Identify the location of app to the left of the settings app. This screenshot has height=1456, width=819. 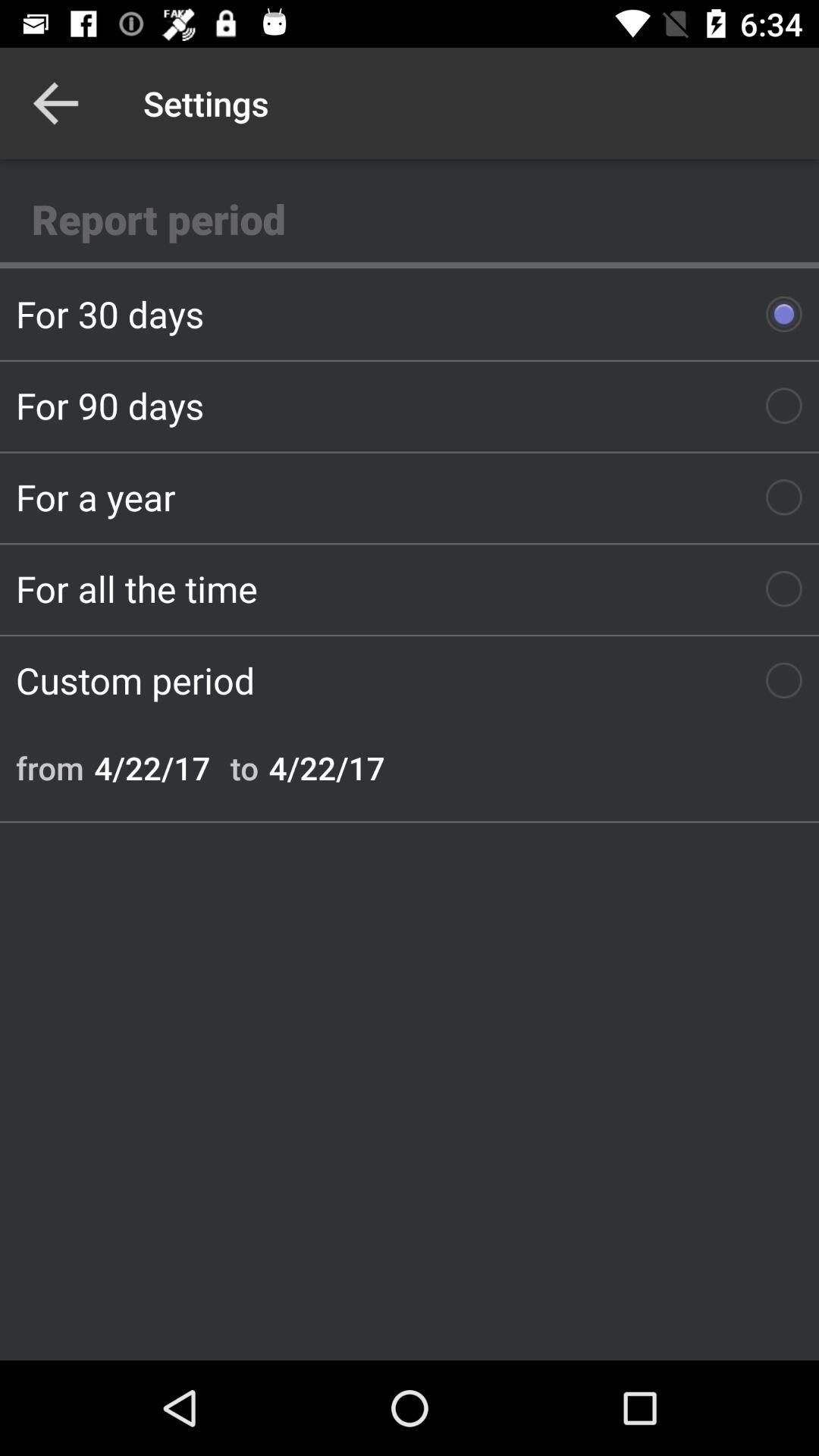
(55, 102).